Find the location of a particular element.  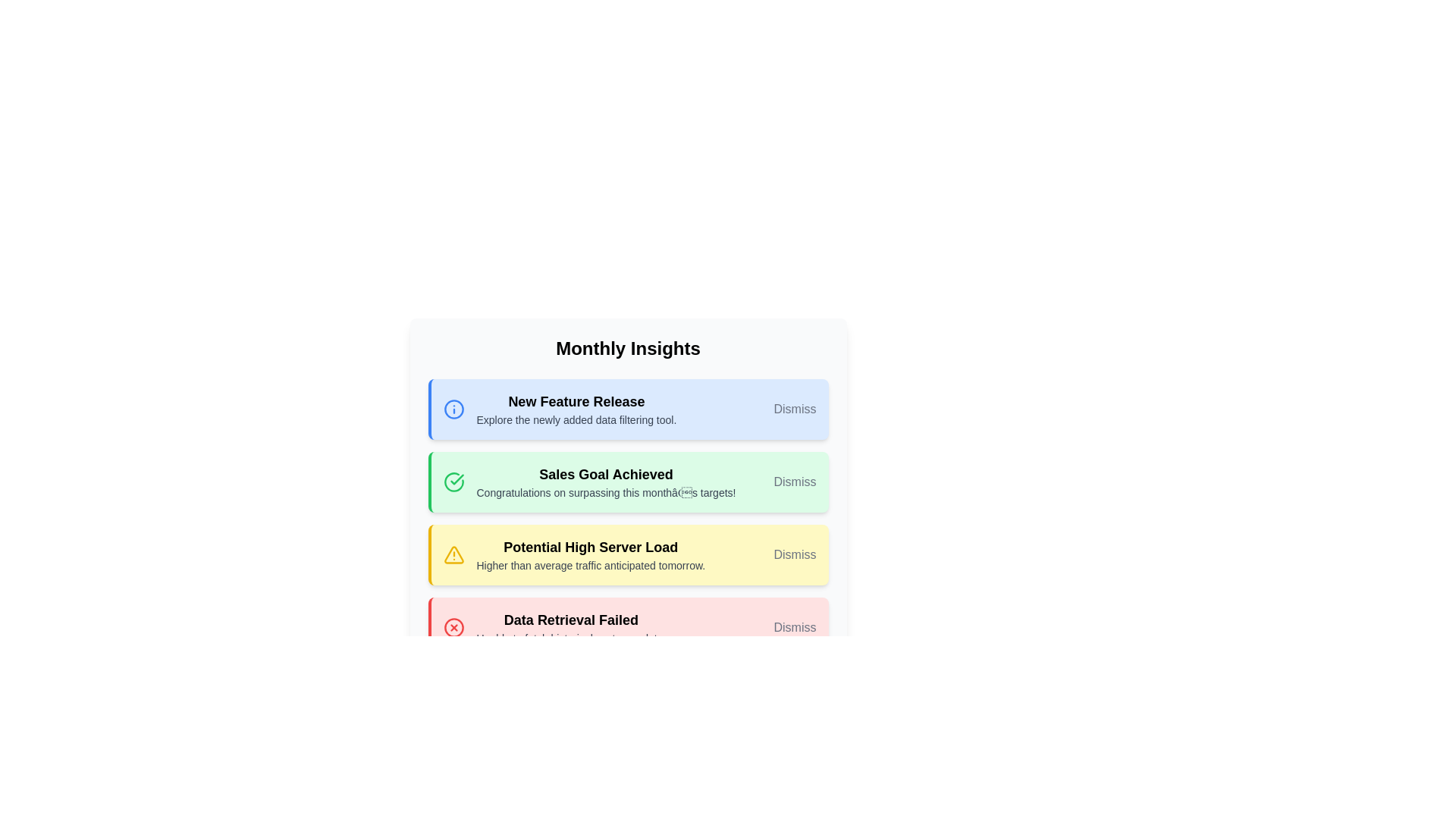

the text label that reads 'Congratulations on surpassing this month’s targets!' which is located under the bold title 'Sales Goal Achieved' in the green notification card is located at coordinates (605, 493).